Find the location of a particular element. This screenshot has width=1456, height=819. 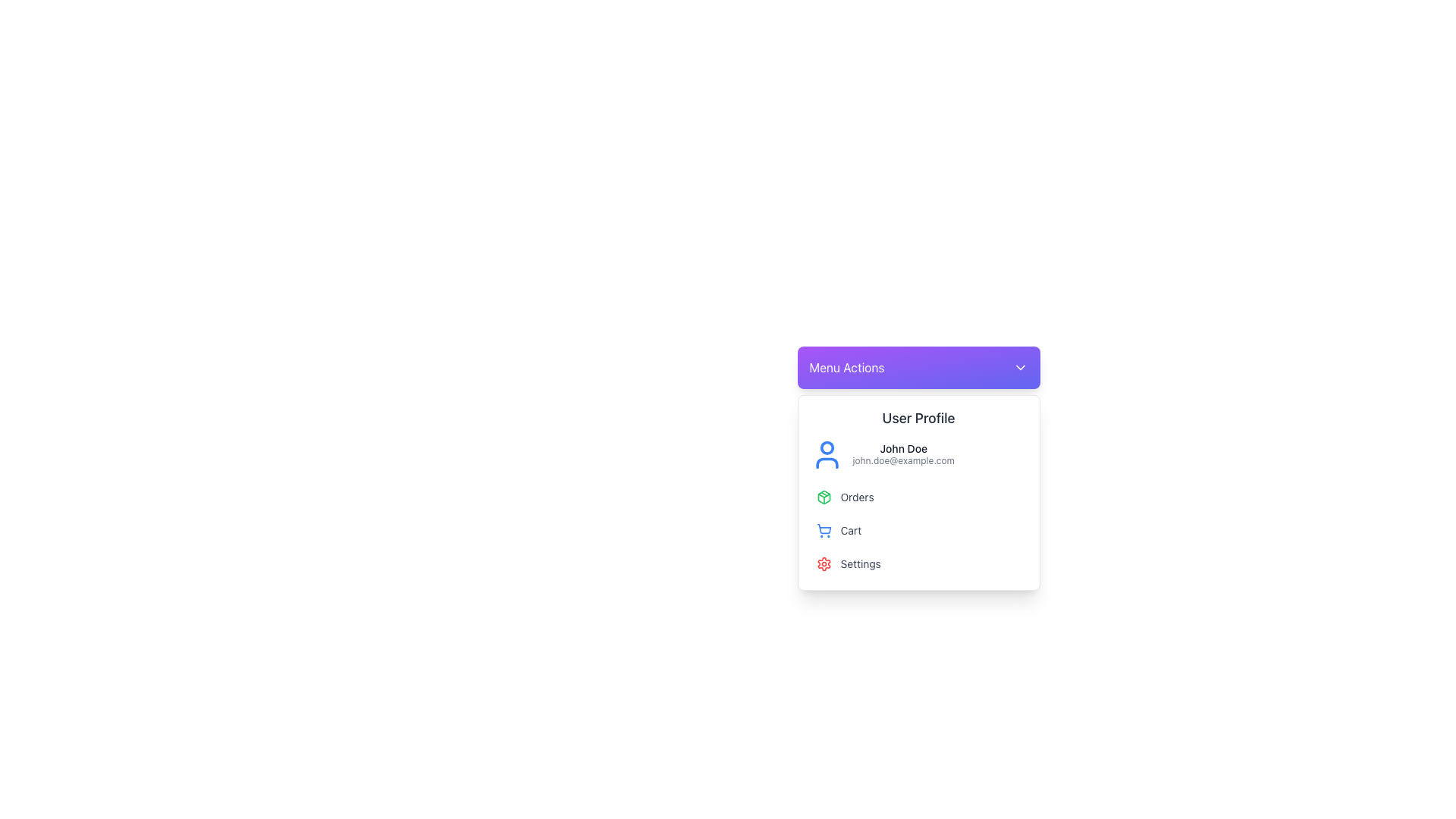

the email address display element located beneath 'John Doe' in the user profile card is located at coordinates (903, 460).